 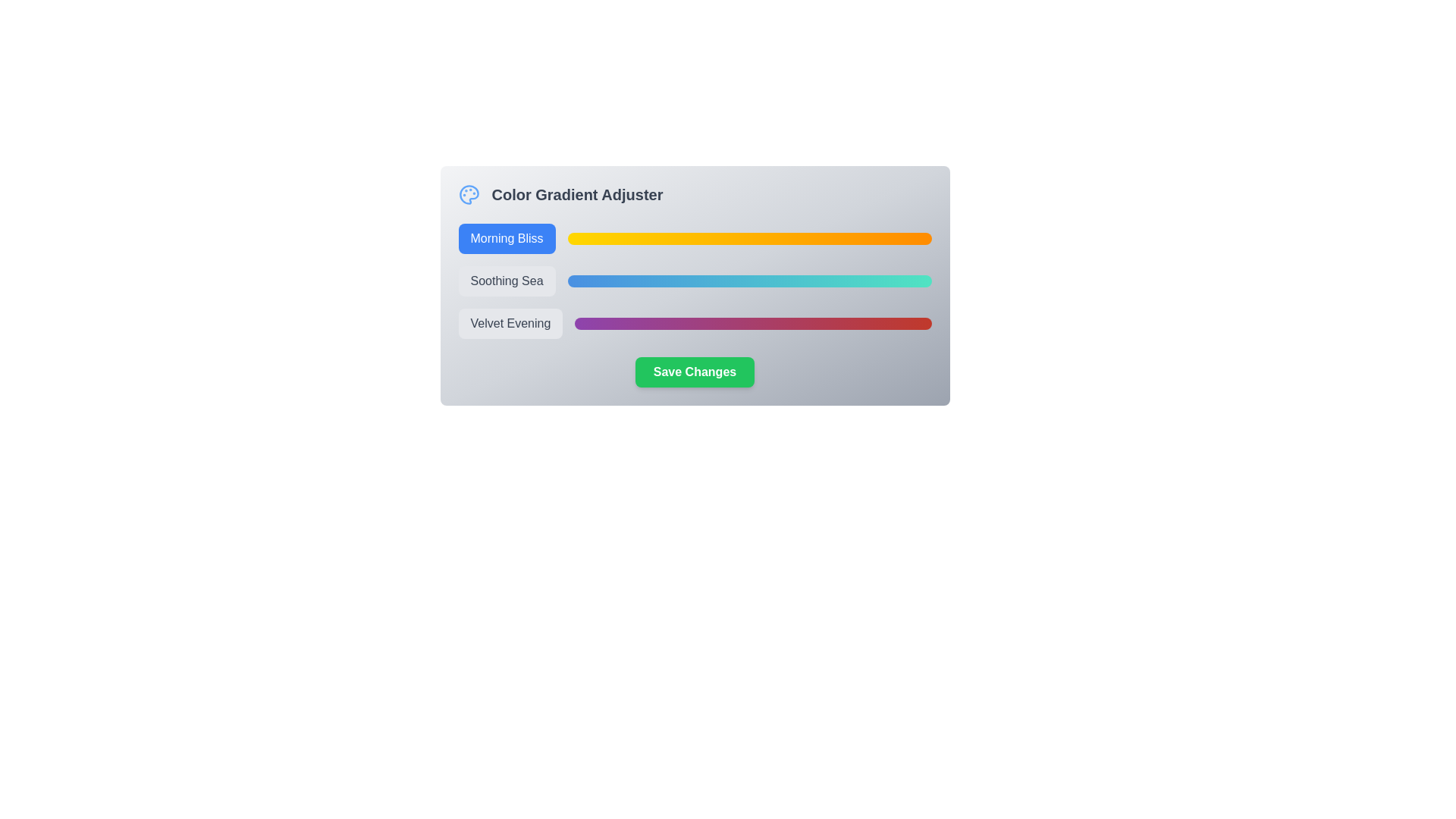 I want to click on the 'Save Changes' button to confirm the selection, so click(x=694, y=372).